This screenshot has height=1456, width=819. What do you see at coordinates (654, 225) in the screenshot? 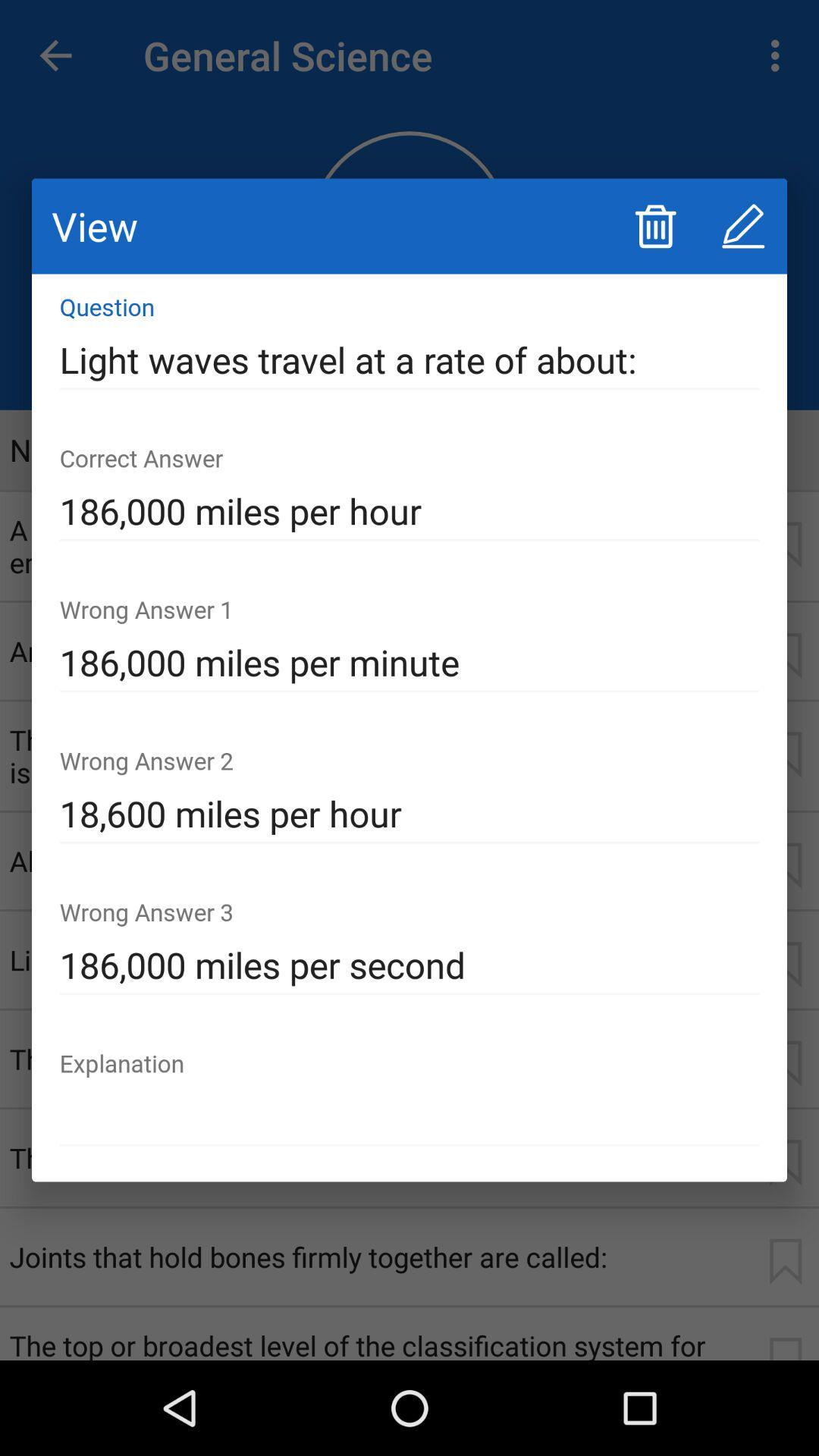
I see `icon next to view icon` at bounding box center [654, 225].